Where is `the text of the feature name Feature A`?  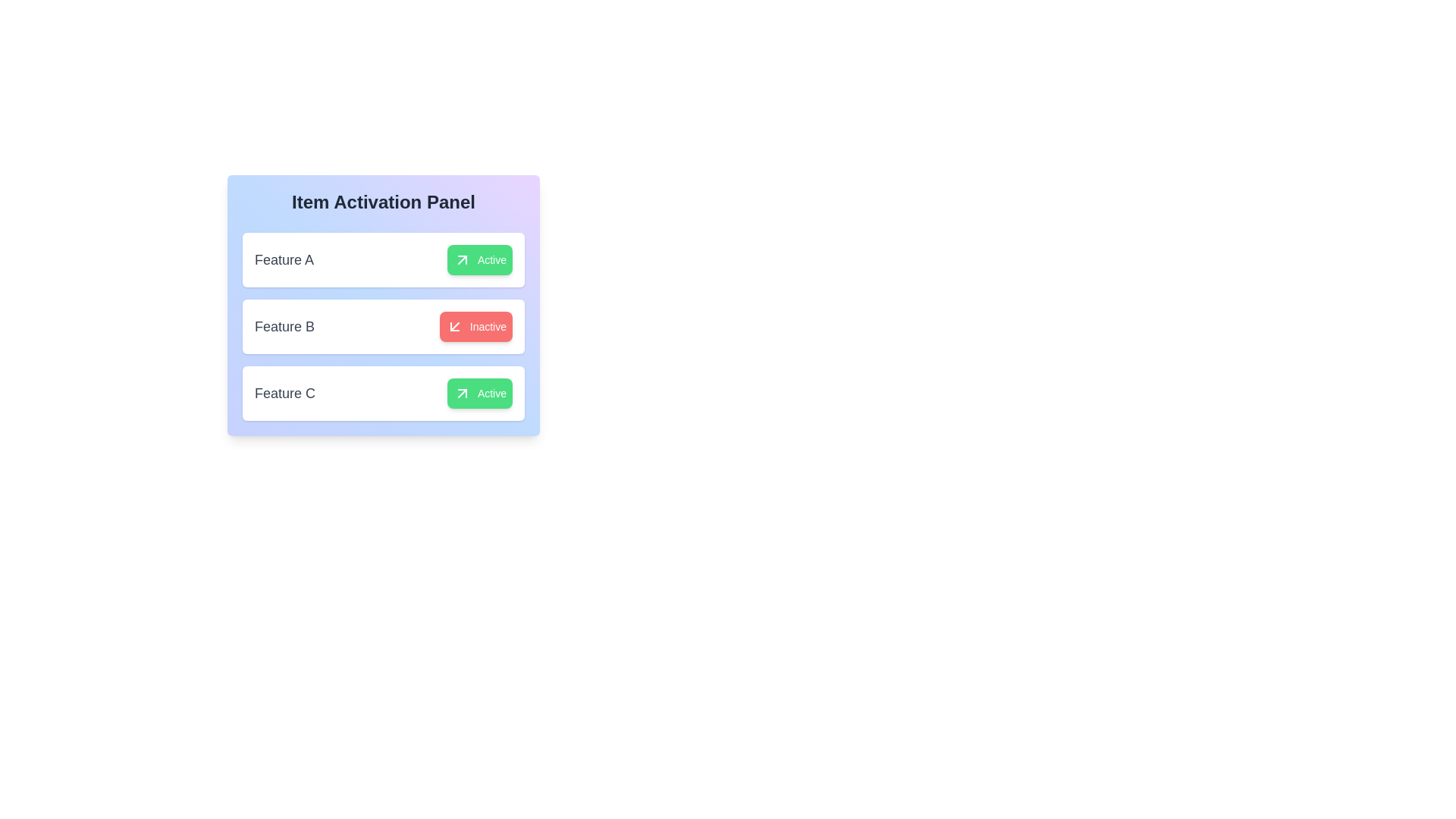
the text of the feature name Feature A is located at coordinates (284, 259).